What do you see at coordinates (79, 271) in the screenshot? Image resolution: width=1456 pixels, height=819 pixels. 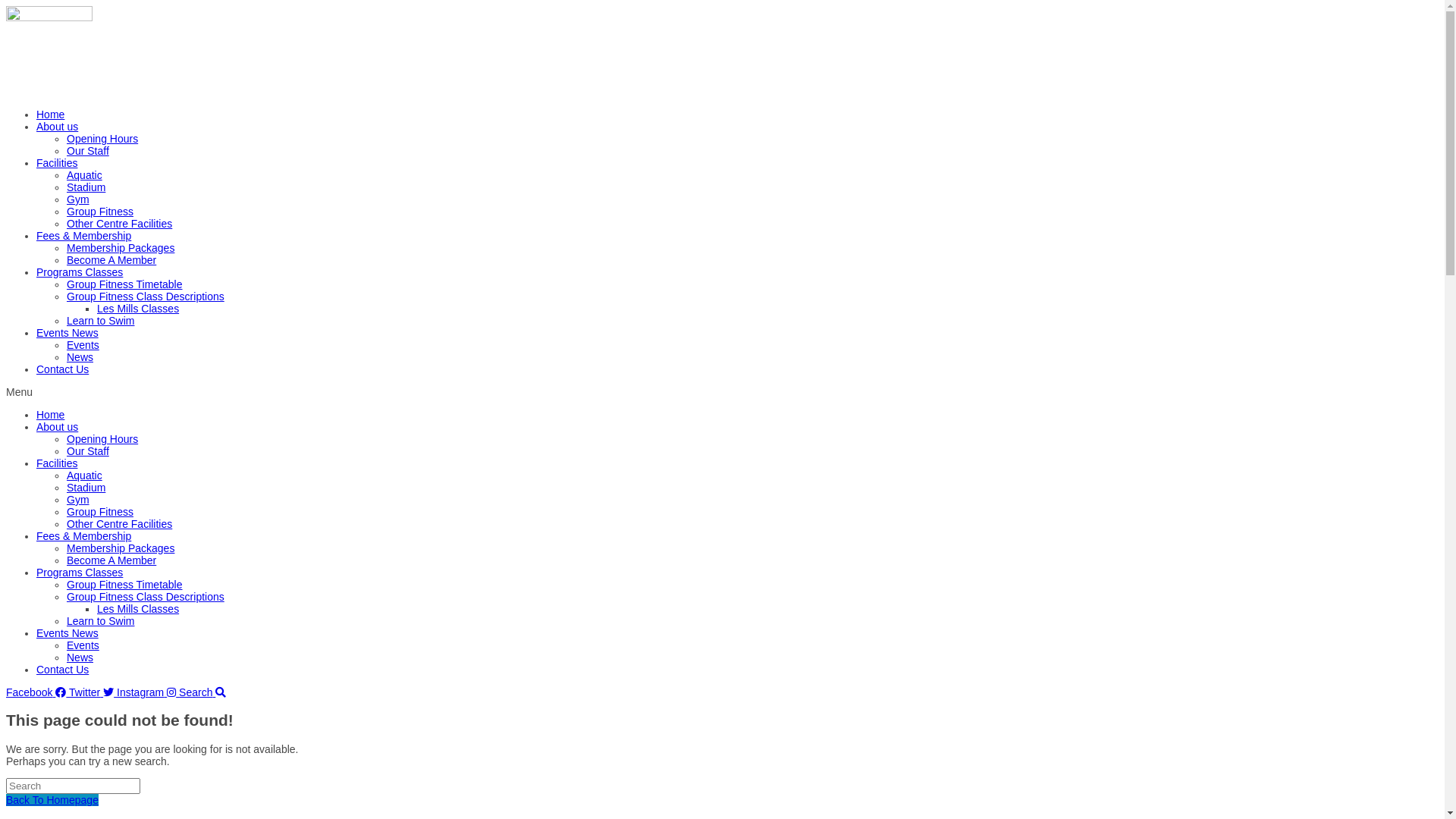 I see `'Programs Classes'` at bounding box center [79, 271].